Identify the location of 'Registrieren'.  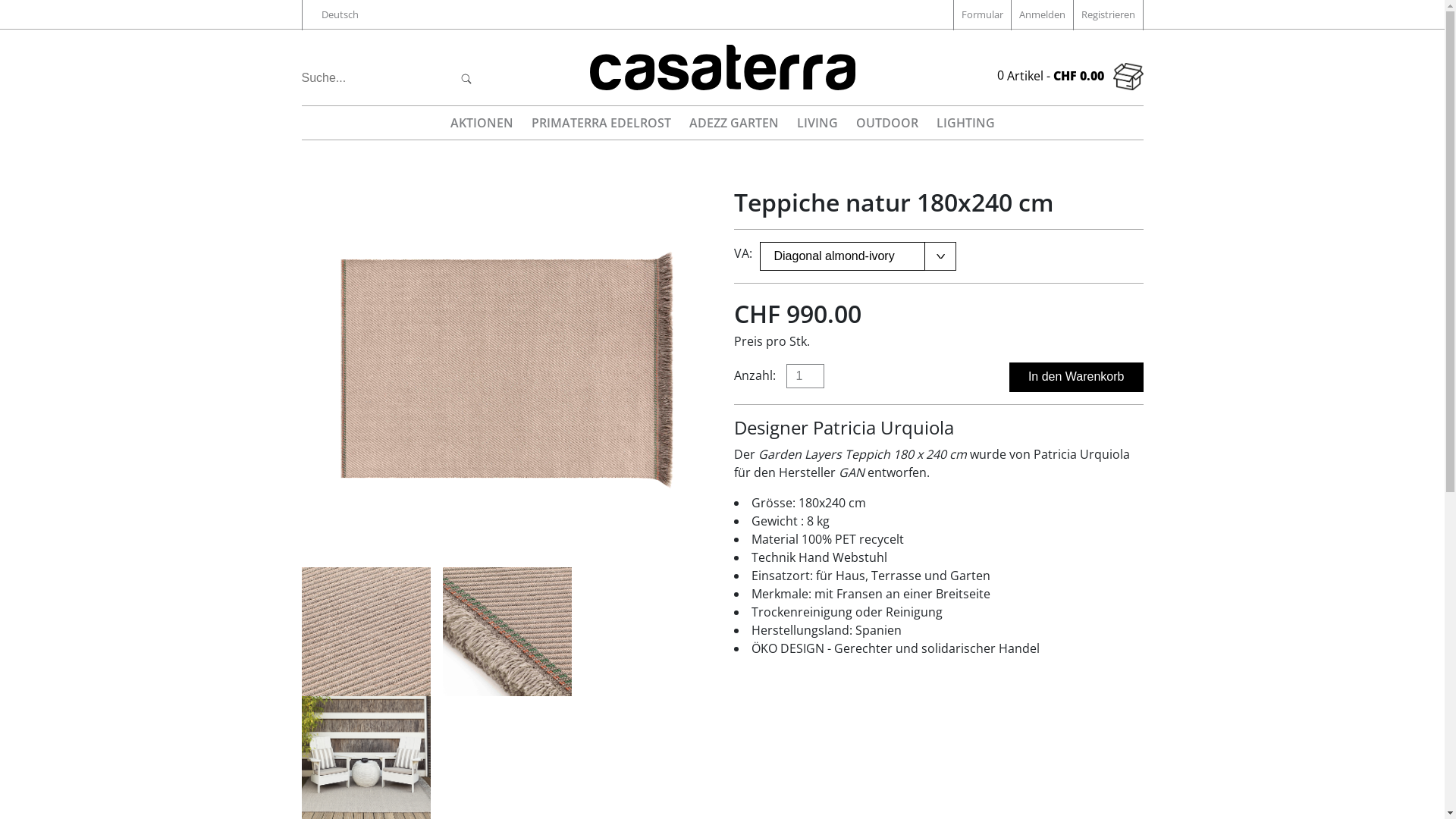
(1107, 14).